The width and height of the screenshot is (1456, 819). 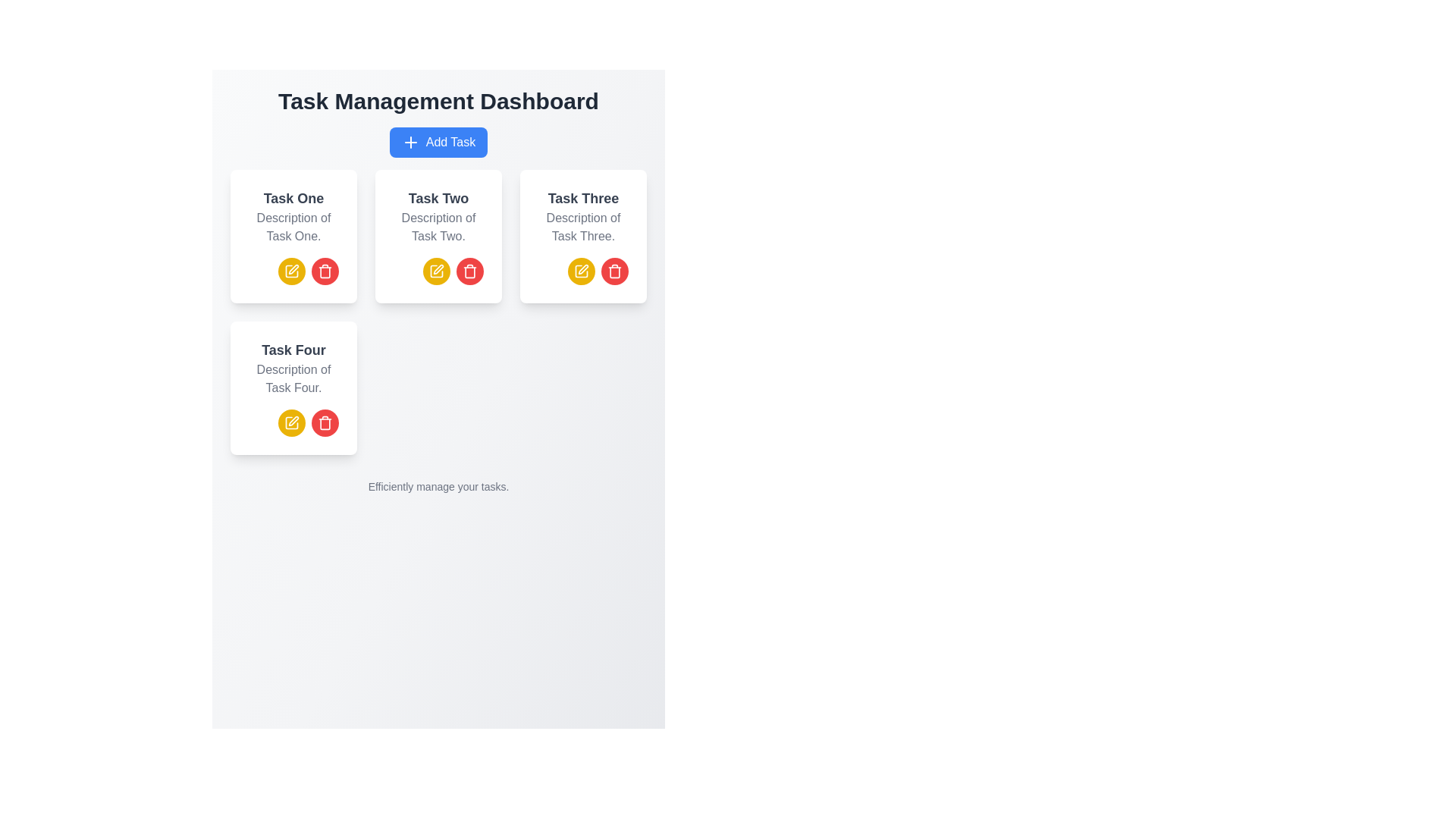 I want to click on the edit button for 'Task Two', so click(x=438, y=268).